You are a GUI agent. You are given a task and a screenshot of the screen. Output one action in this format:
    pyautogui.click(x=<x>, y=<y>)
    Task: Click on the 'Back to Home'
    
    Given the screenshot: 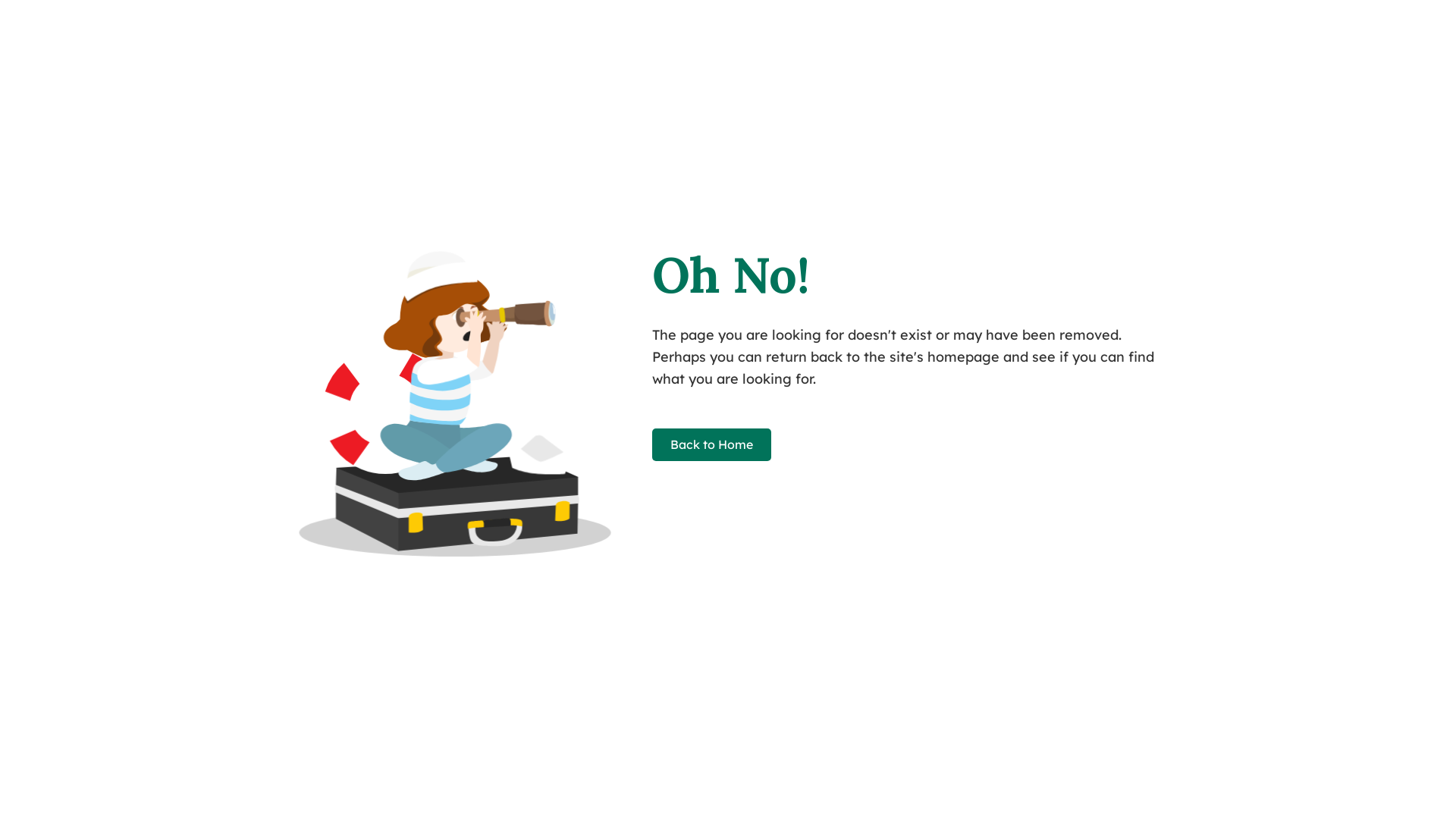 What is the action you would take?
    pyautogui.click(x=651, y=444)
    